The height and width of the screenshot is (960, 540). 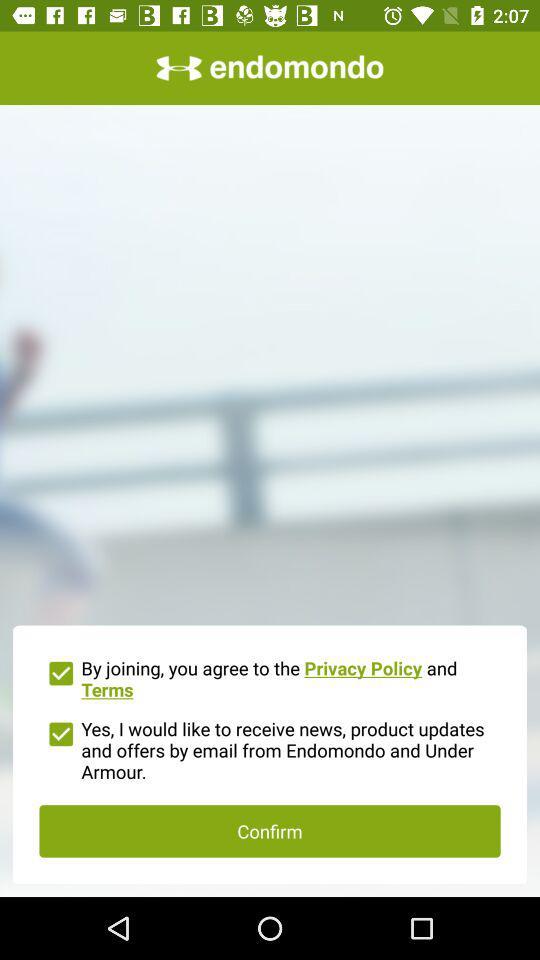 I want to click on the icon below by joining you item, so click(x=270, y=747).